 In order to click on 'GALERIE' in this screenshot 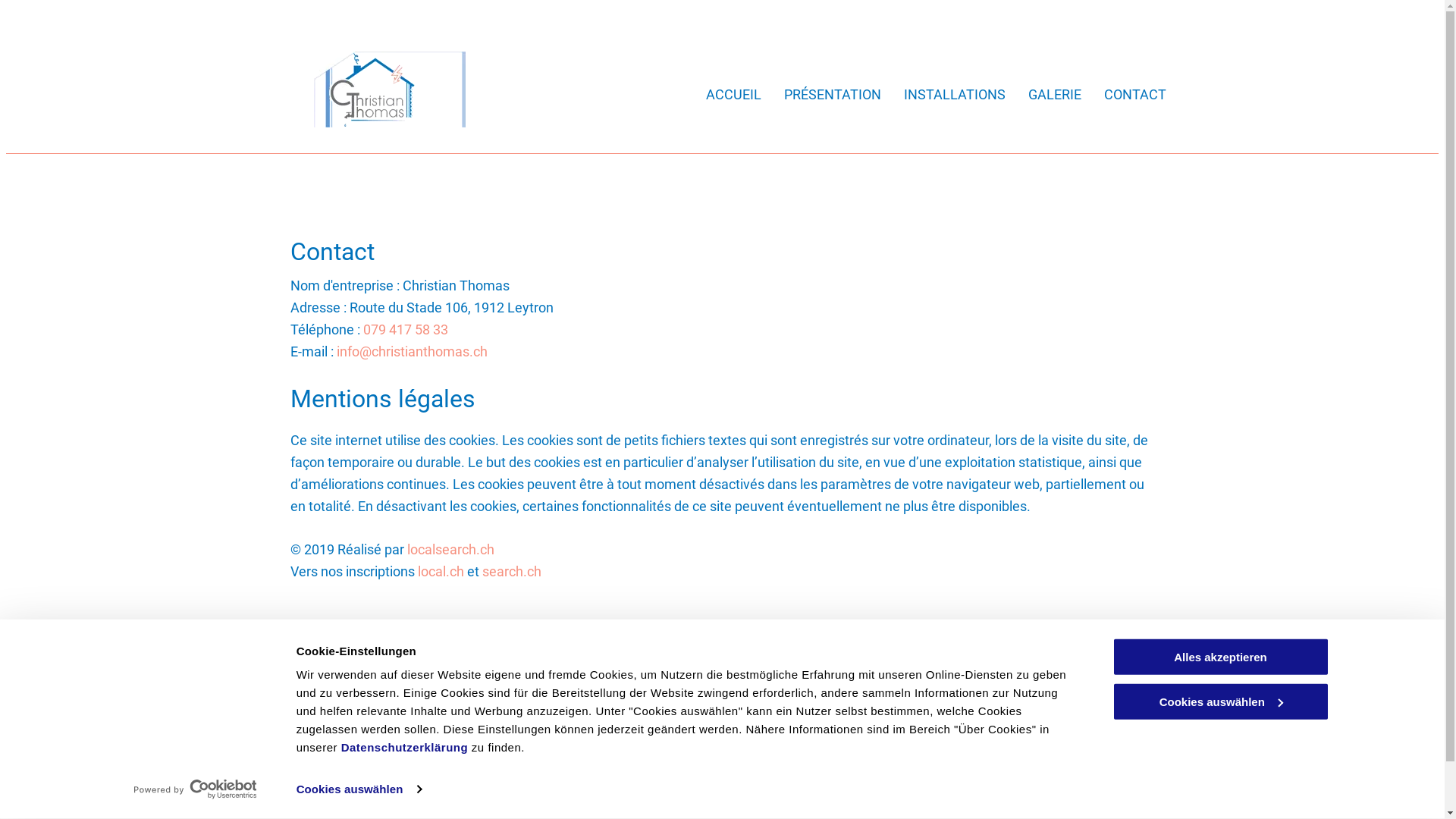, I will do `click(1054, 94)`.